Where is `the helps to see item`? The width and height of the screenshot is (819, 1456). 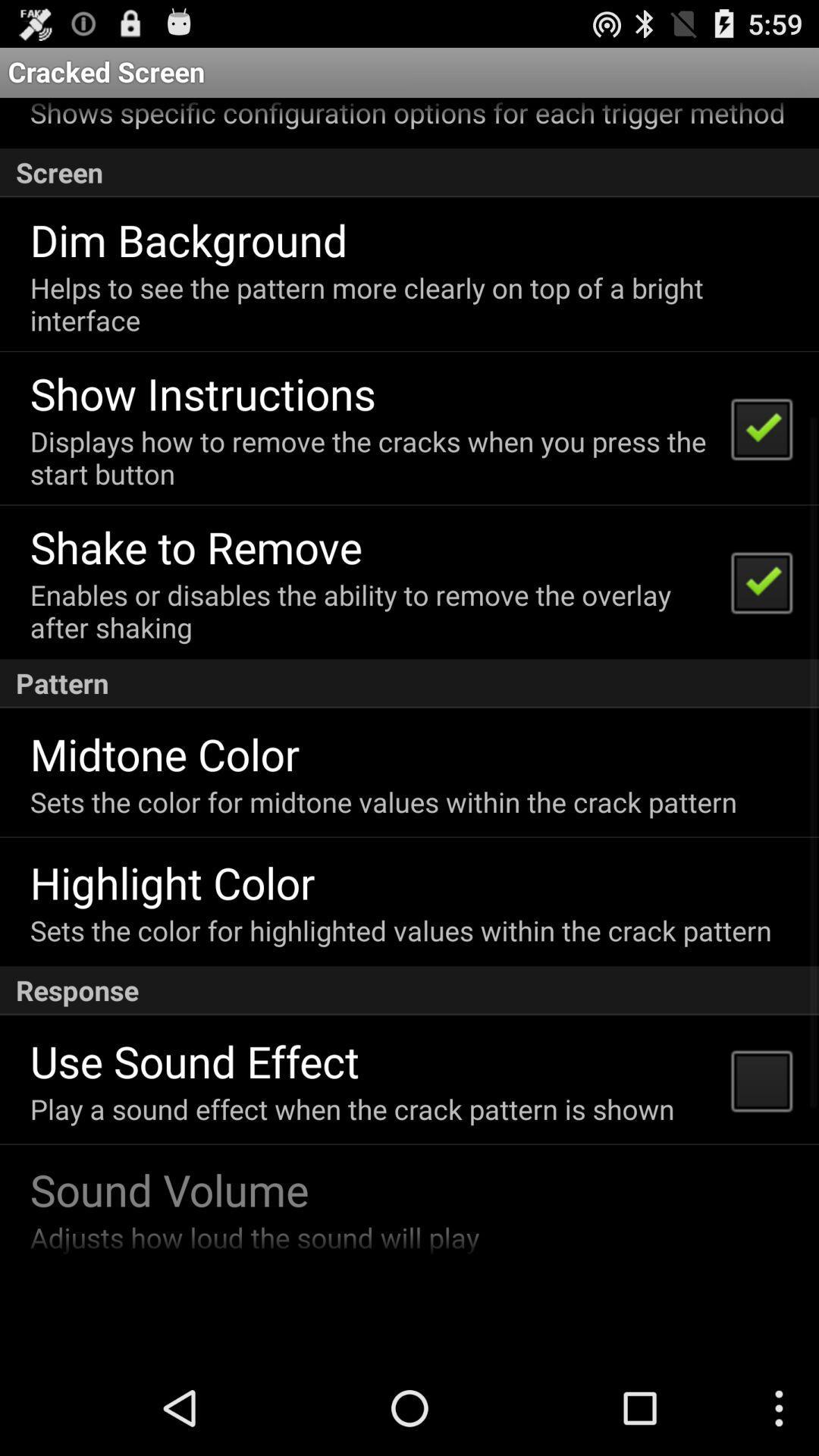
the helps to see item is located at coordinates (407, 303).